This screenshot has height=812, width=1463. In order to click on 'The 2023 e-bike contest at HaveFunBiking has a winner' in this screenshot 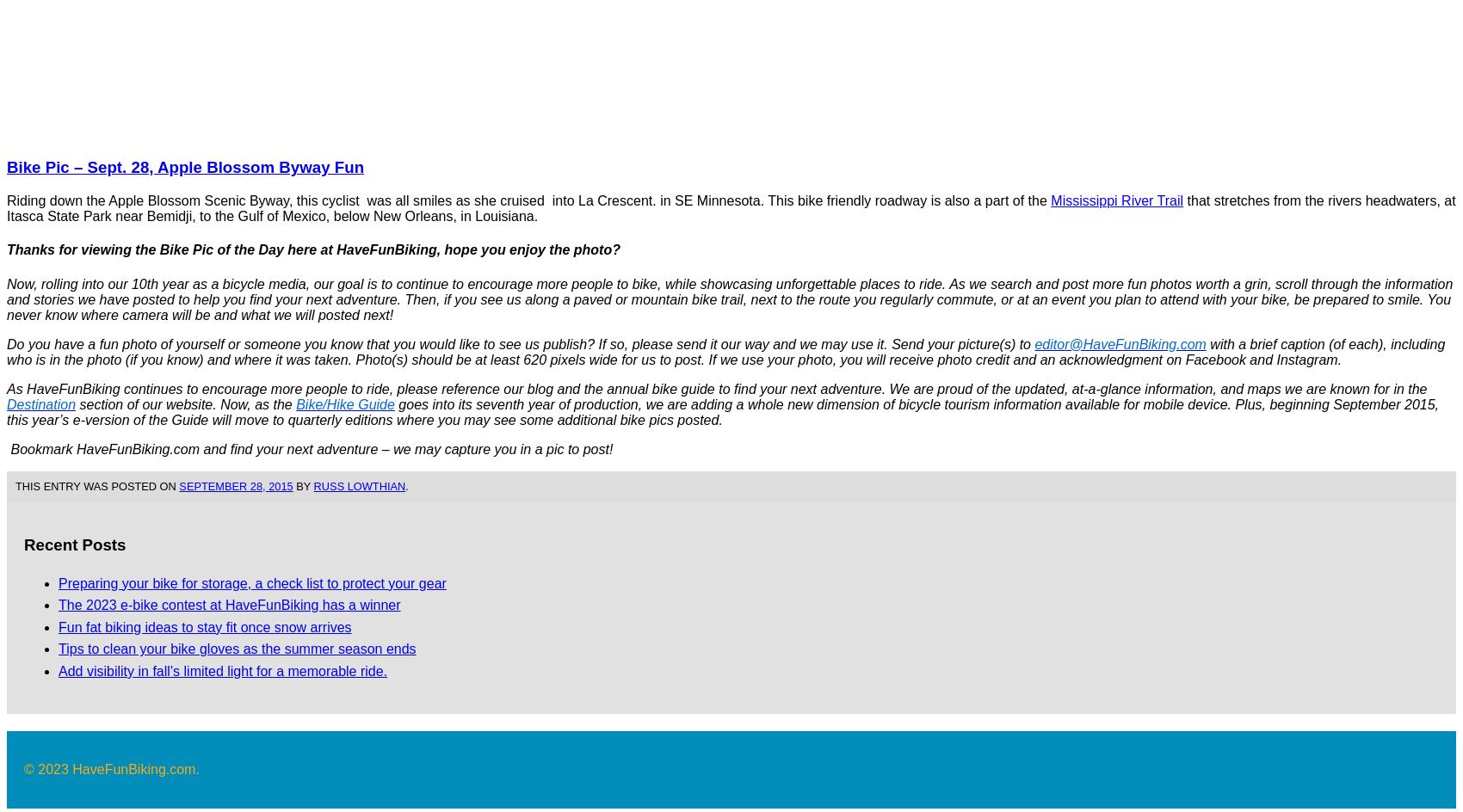, I will do `click(229, 604)`.